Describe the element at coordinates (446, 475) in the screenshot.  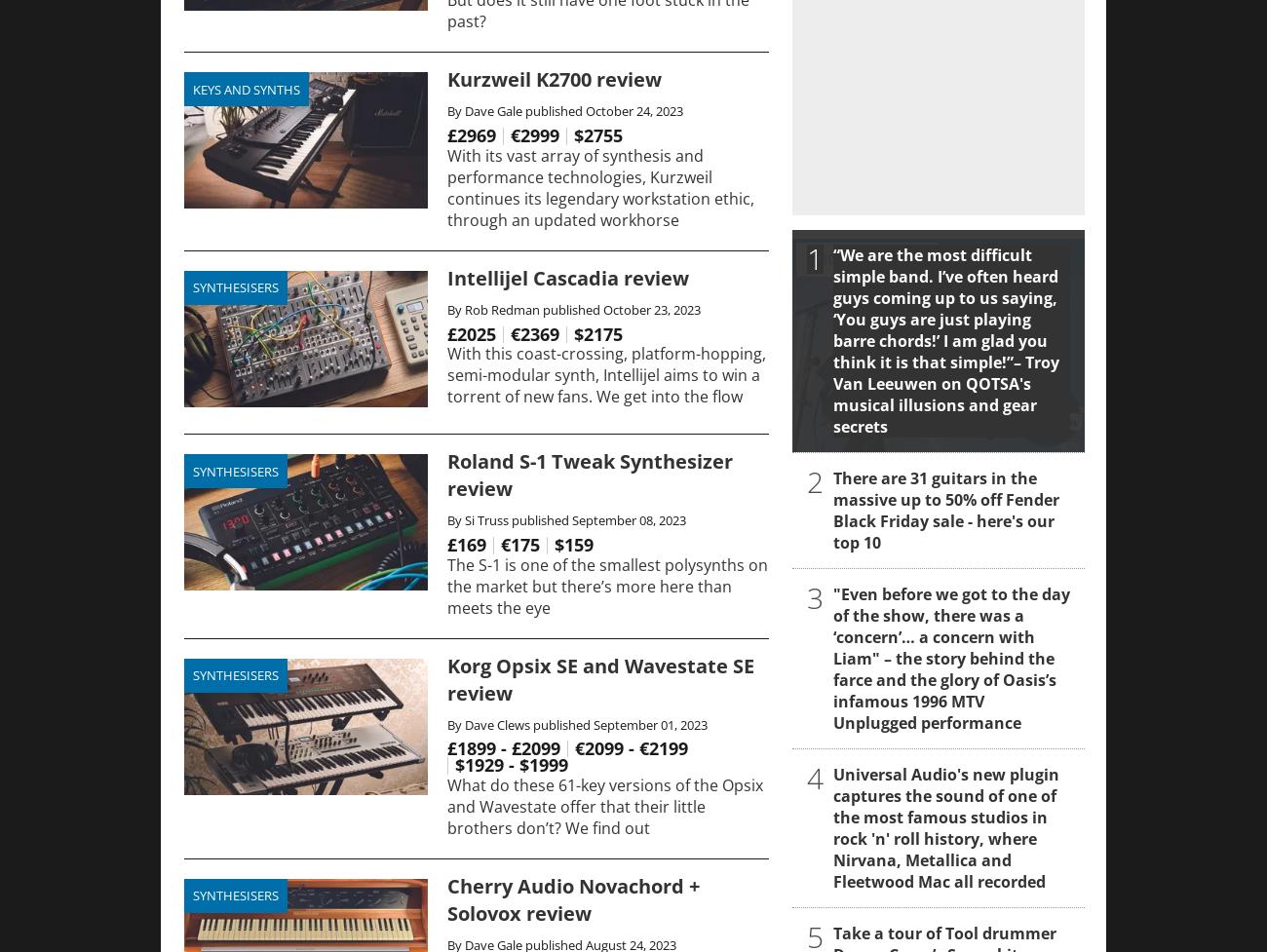
I see `'Roland S-1 Tweak Synthesizer review'` at that location.